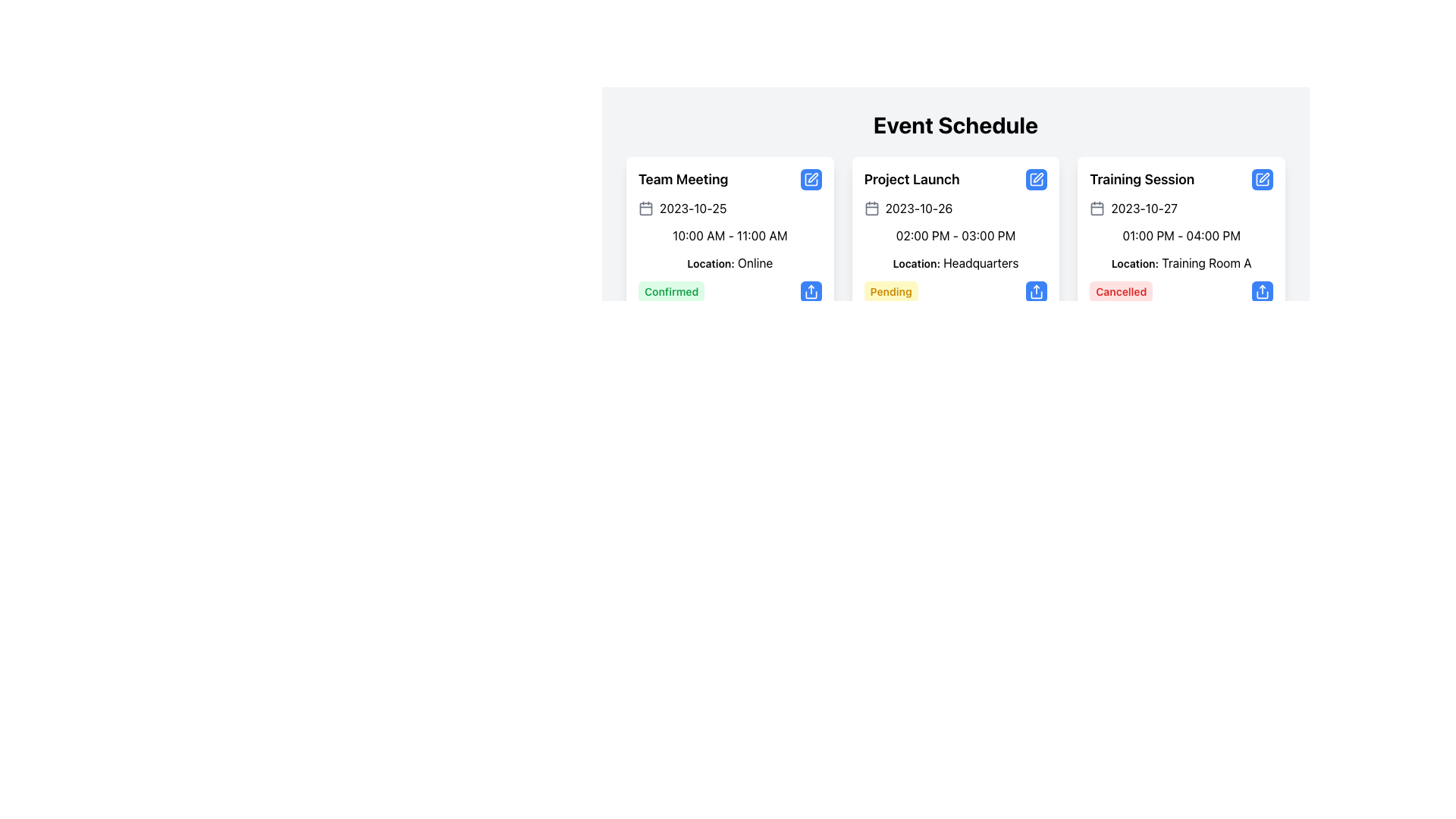  Describe the element at coordinates (692, 208) in the screenshot. I see `the text display showing the scheduled date for the 'Team Meeting' event, located below the title and above the time range` at that location.